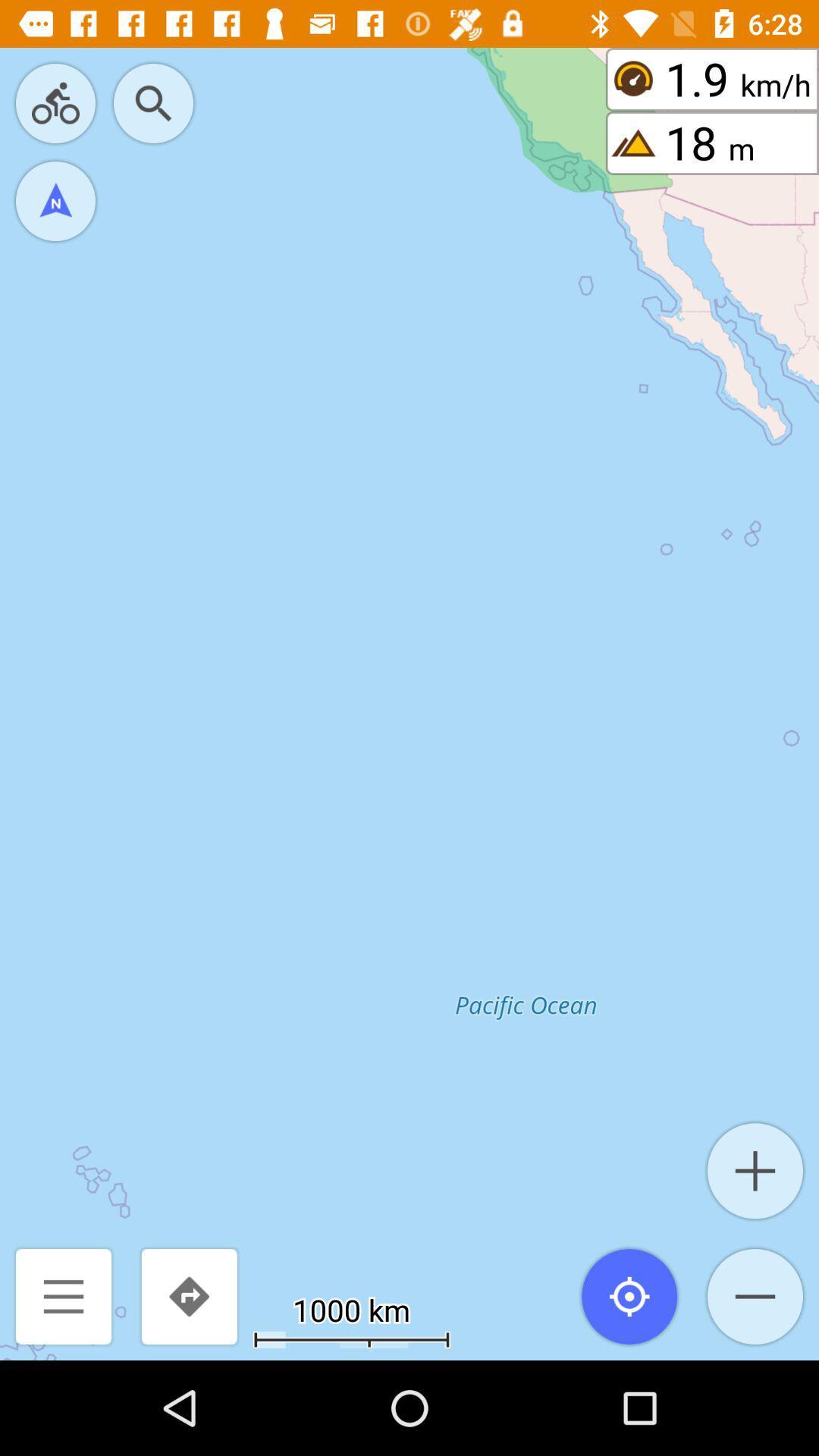  I want to click on the location_crosshair icon, so click(629, 1295).